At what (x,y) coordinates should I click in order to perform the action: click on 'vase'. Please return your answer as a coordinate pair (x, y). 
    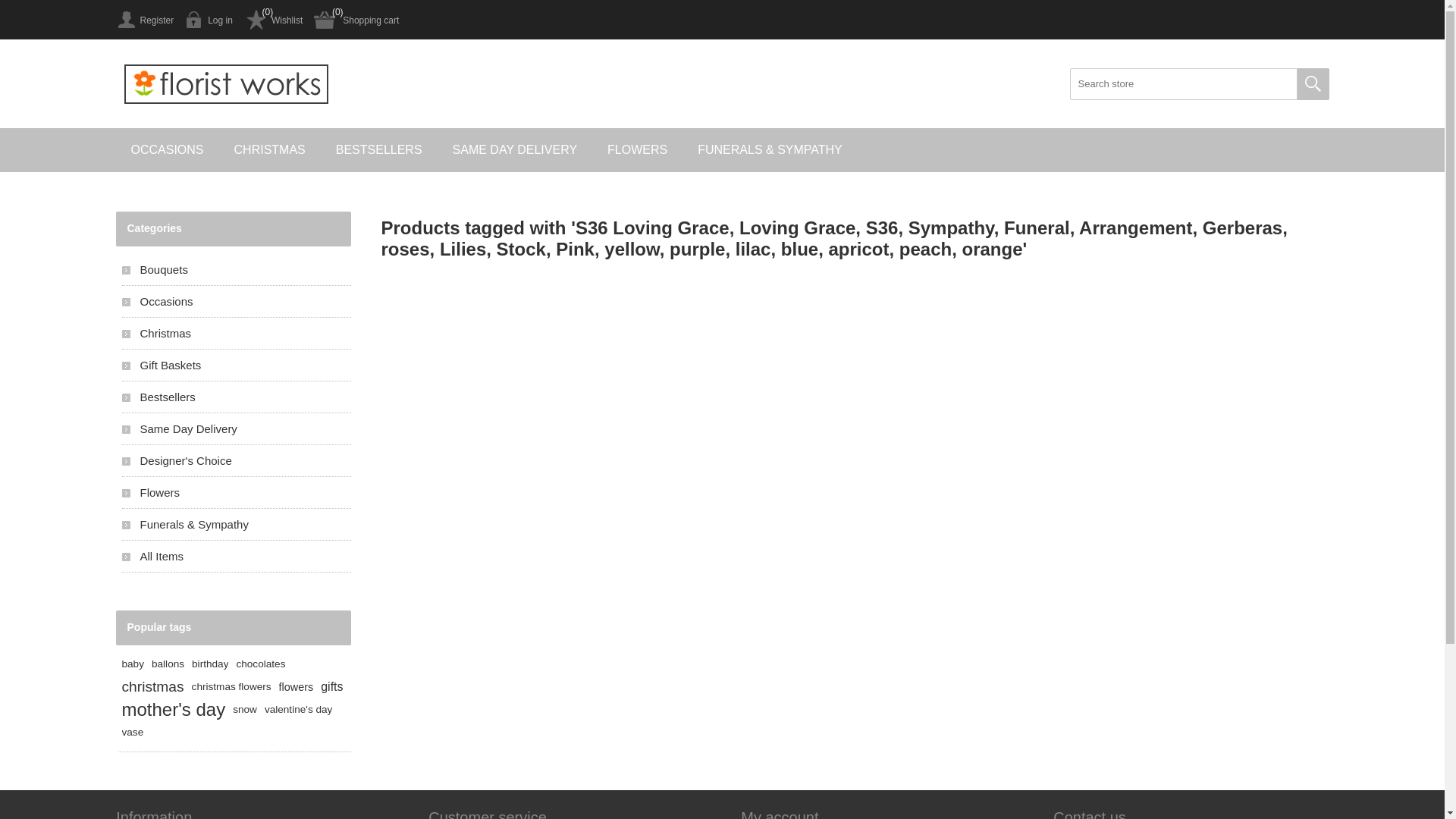
    Looking at the image, I should click on (120, 731).